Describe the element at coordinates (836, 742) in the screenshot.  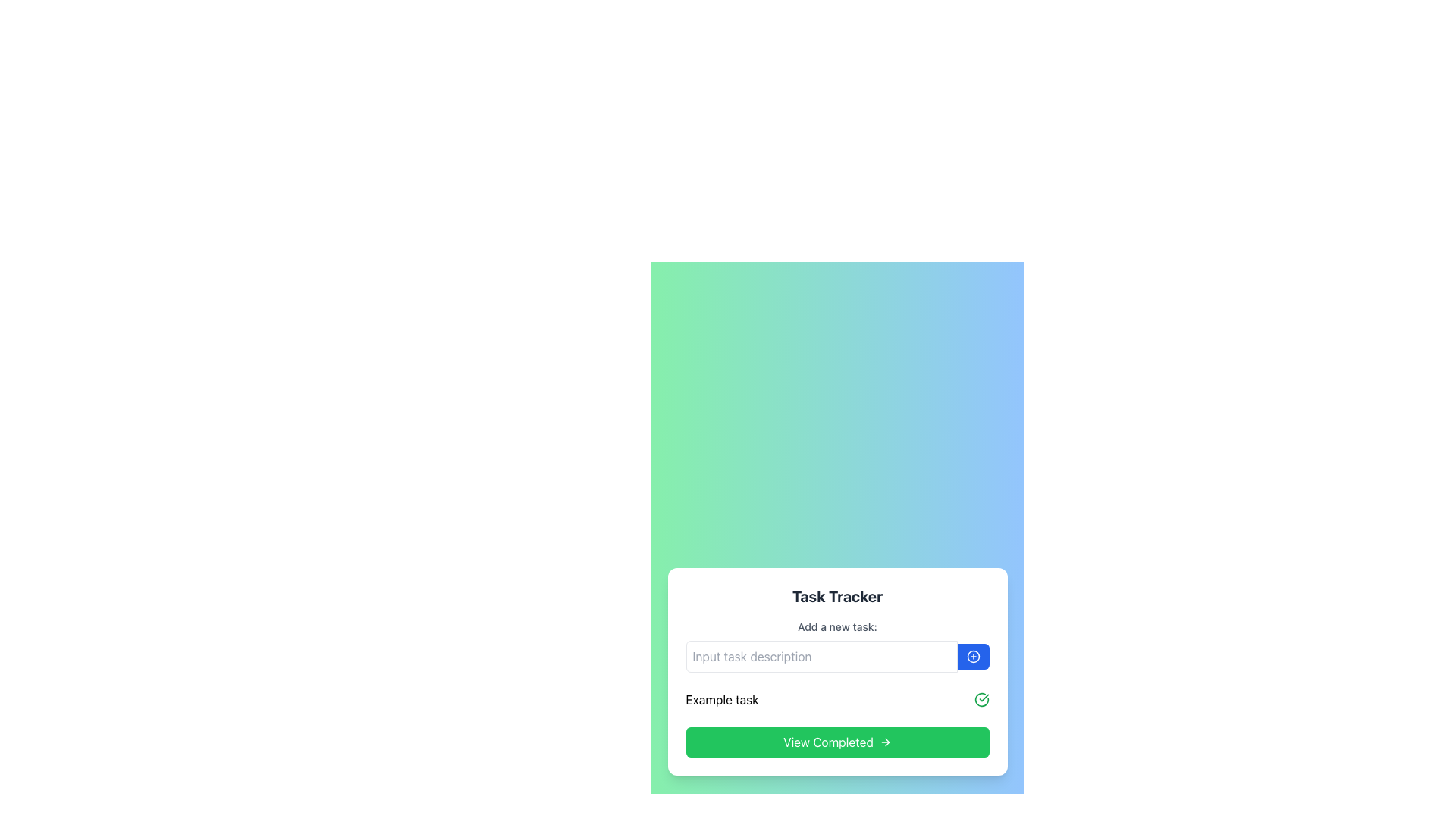
I see `the button located at the bottom of the task tracker card, directly beneath the 'Example task' text and icon` at that location.